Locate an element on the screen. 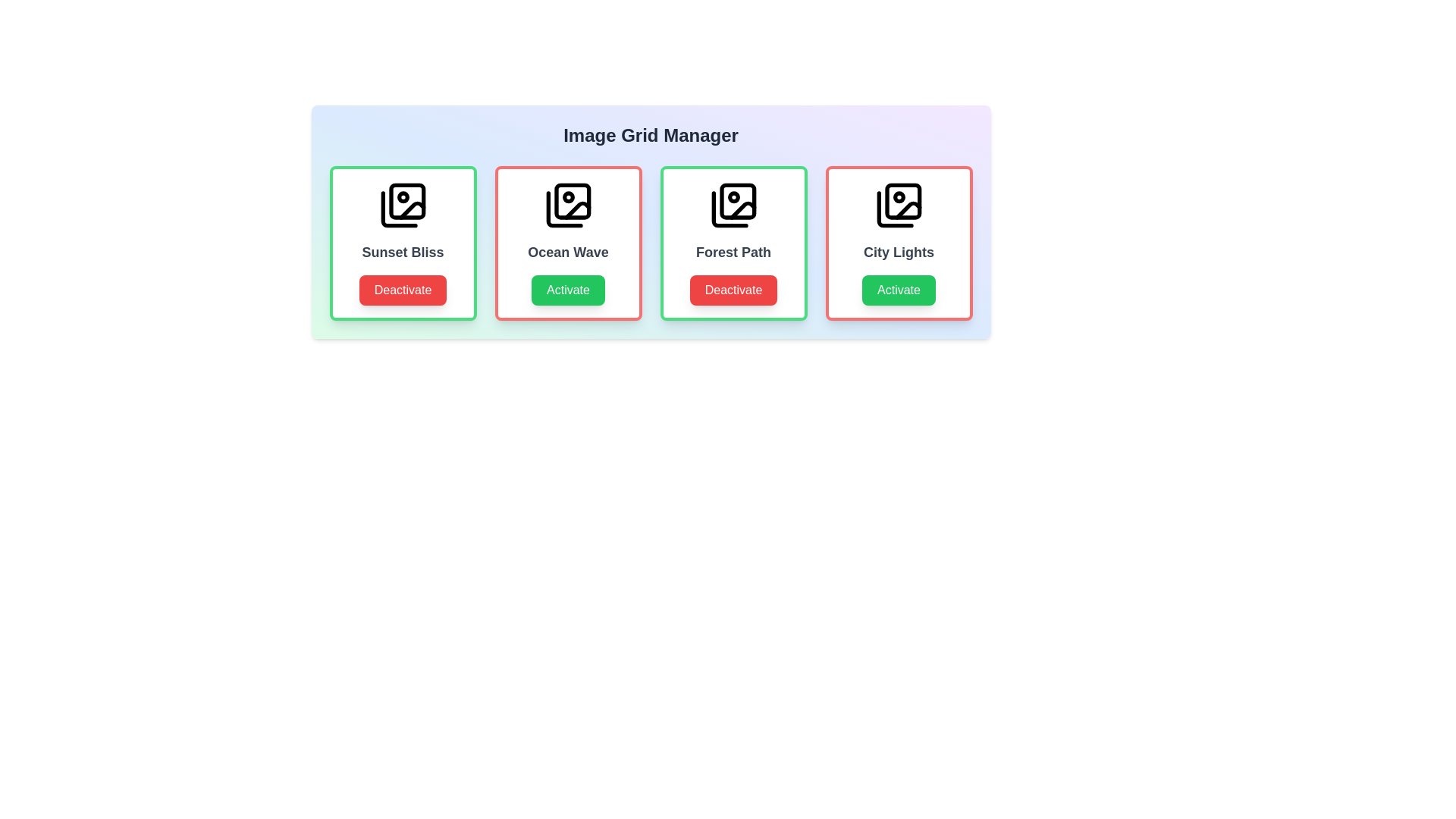 Image resolution: width=1456 pixels, height=819 pixels. button corresponding to Sunset Bliss to toggle its activity status is located at coordinates (403, 290).